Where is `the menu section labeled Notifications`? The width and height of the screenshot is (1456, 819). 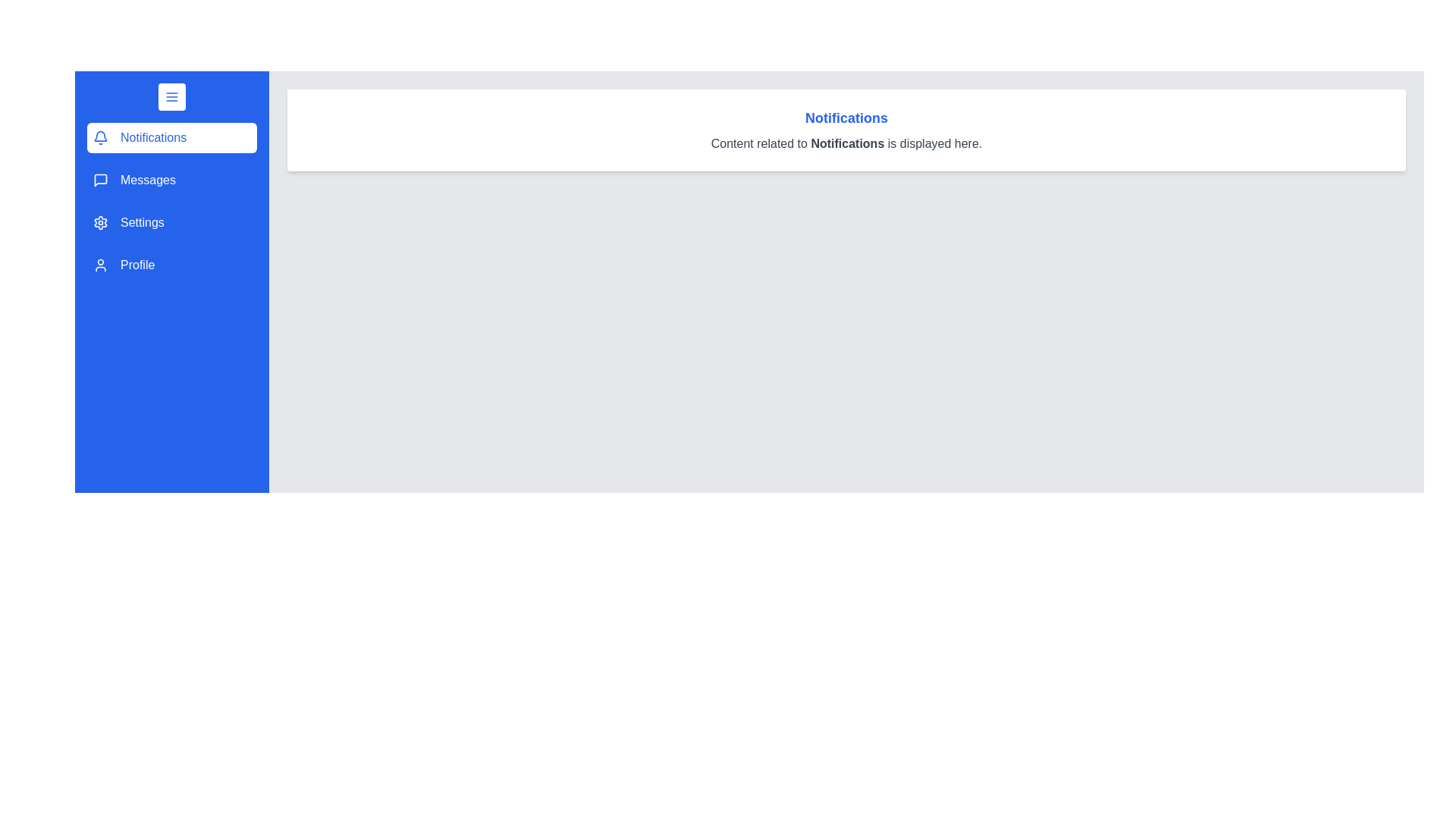 the menu section labeled Notifications is located at coordinates (171, 137).